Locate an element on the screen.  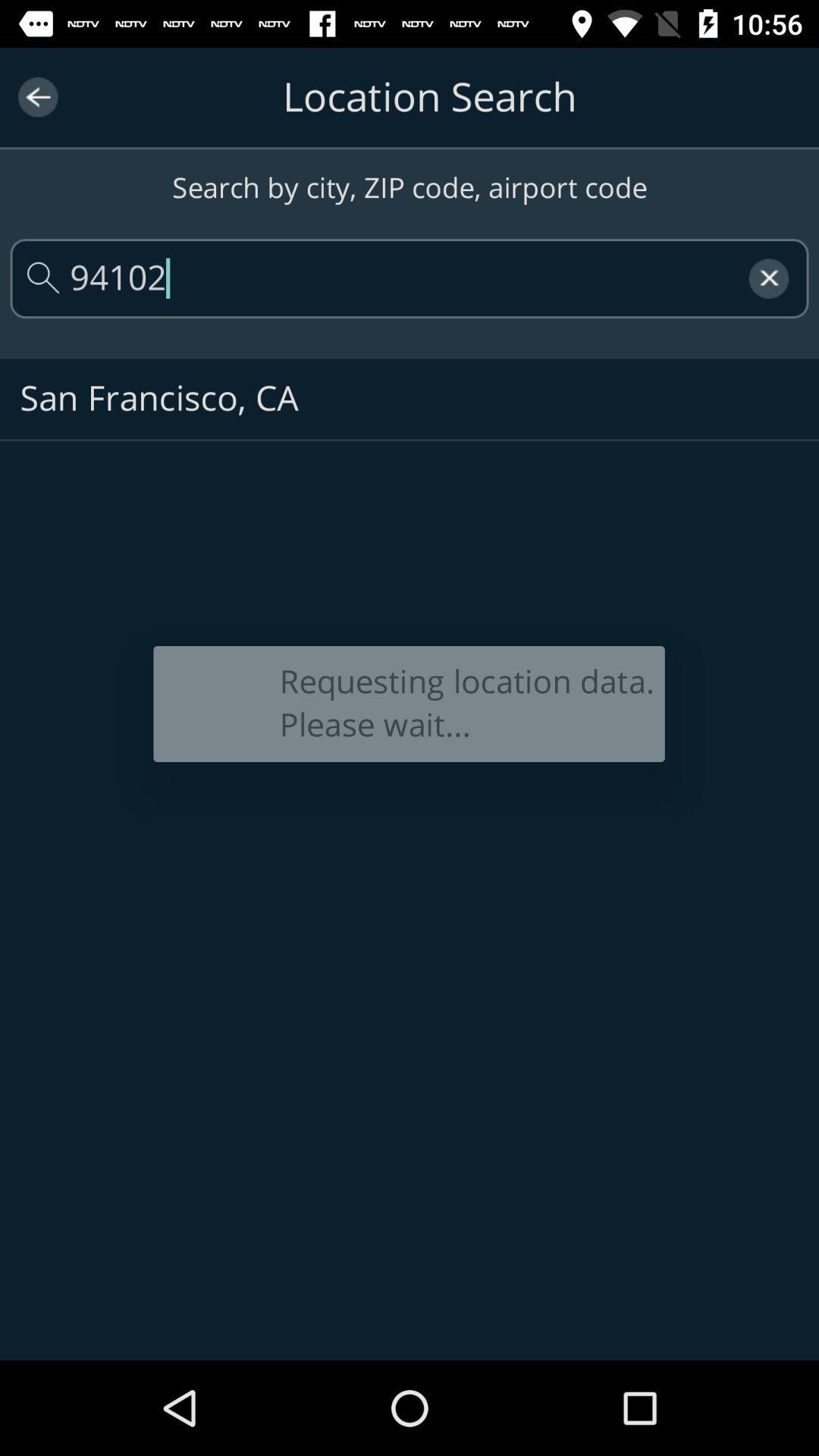
the search icon is located at coordinates (42, 278).